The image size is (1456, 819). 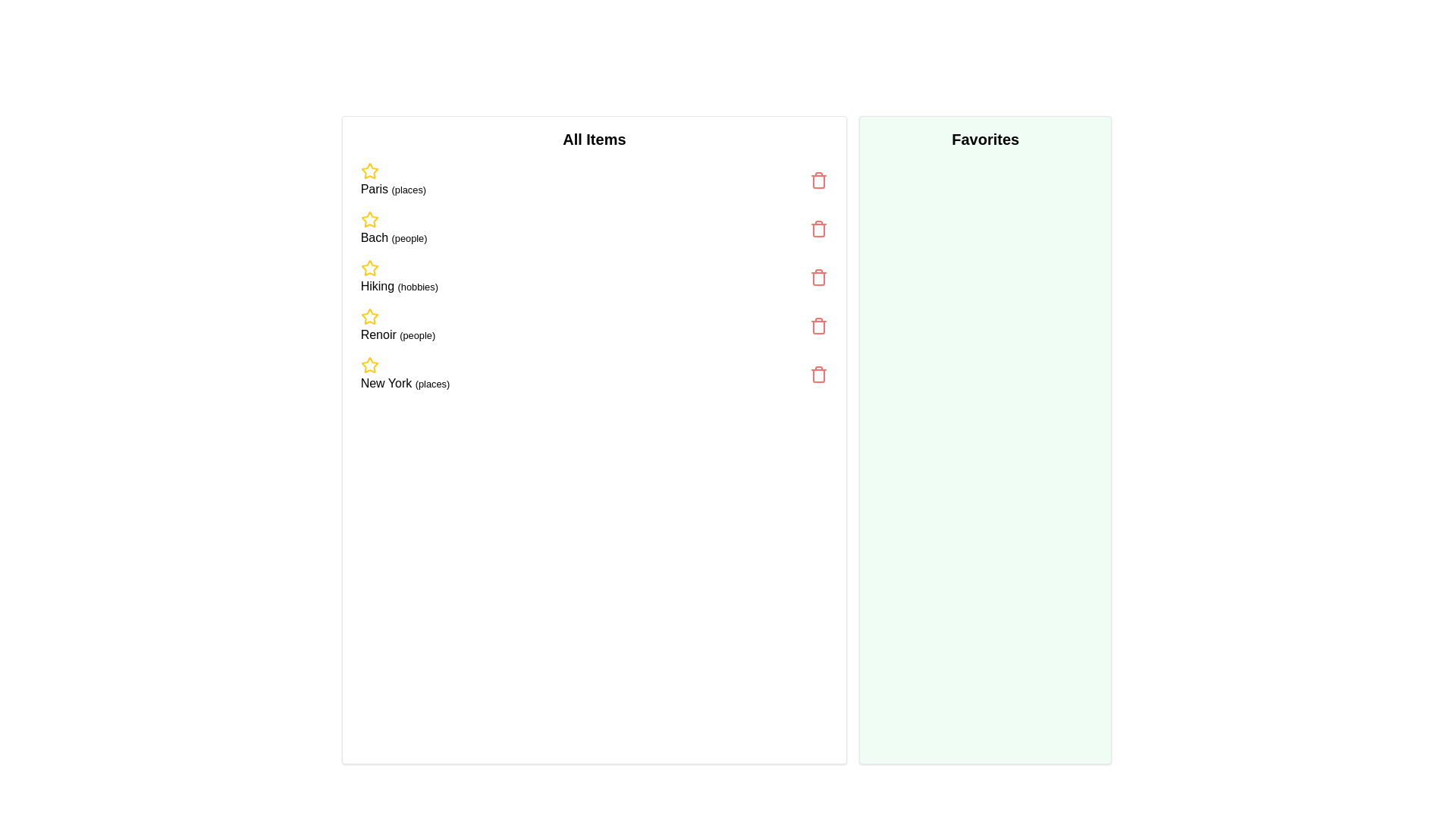 What do you see at coordinates (818, 228) in the screenshot?
I see `the trash icon next to the item labeled 'Bach (people)' to remove it from the list` at bounding box center [818, 228].